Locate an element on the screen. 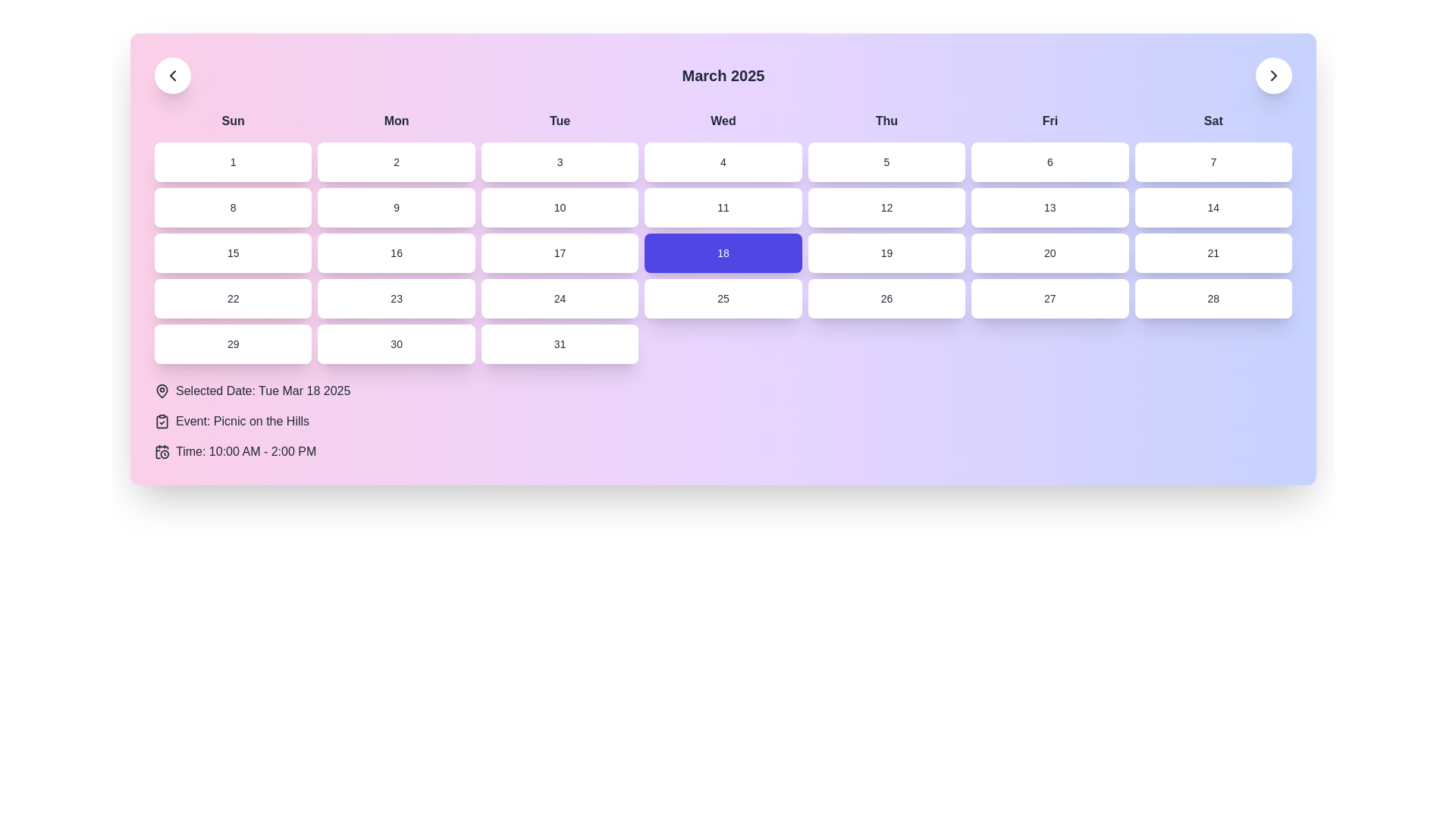 This screenshot has height=819, width=1456. the rectangular button with rounded corners displaying the number '18' in the 4th column of the 3rd row, which represents 'Wednesday' is located at coordinates (723, 253).